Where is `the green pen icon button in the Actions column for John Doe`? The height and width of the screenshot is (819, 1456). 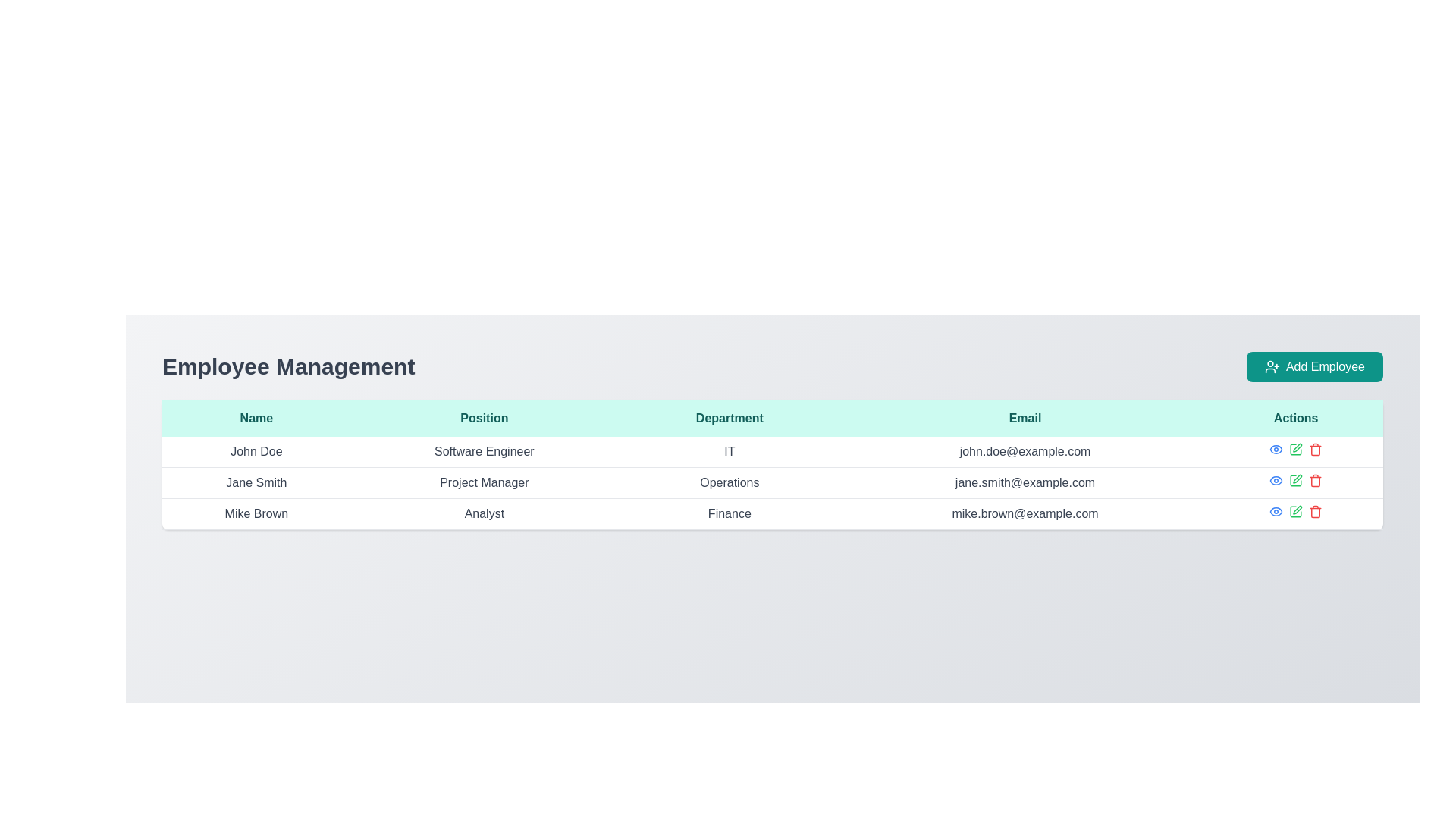
the green pen icon button in the Actions column for John Doe is located at coordinates (1294, 449).